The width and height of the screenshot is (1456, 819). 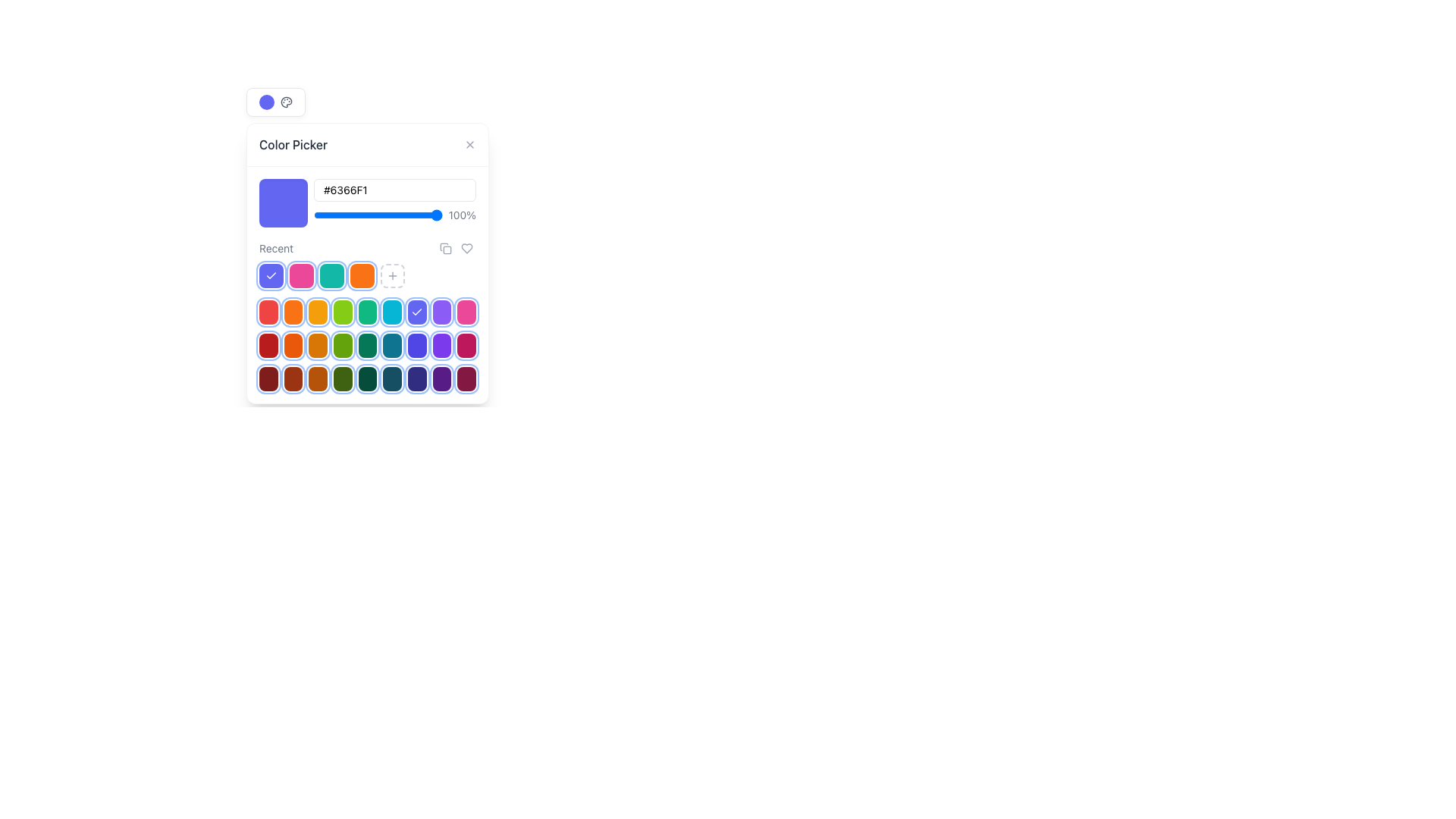 What do you see at coordinates (293, 378) in the screenshot?
I see `the medium-sized square color swatch with rounded corners, styled in deep red` at bounding box center [293, 378].